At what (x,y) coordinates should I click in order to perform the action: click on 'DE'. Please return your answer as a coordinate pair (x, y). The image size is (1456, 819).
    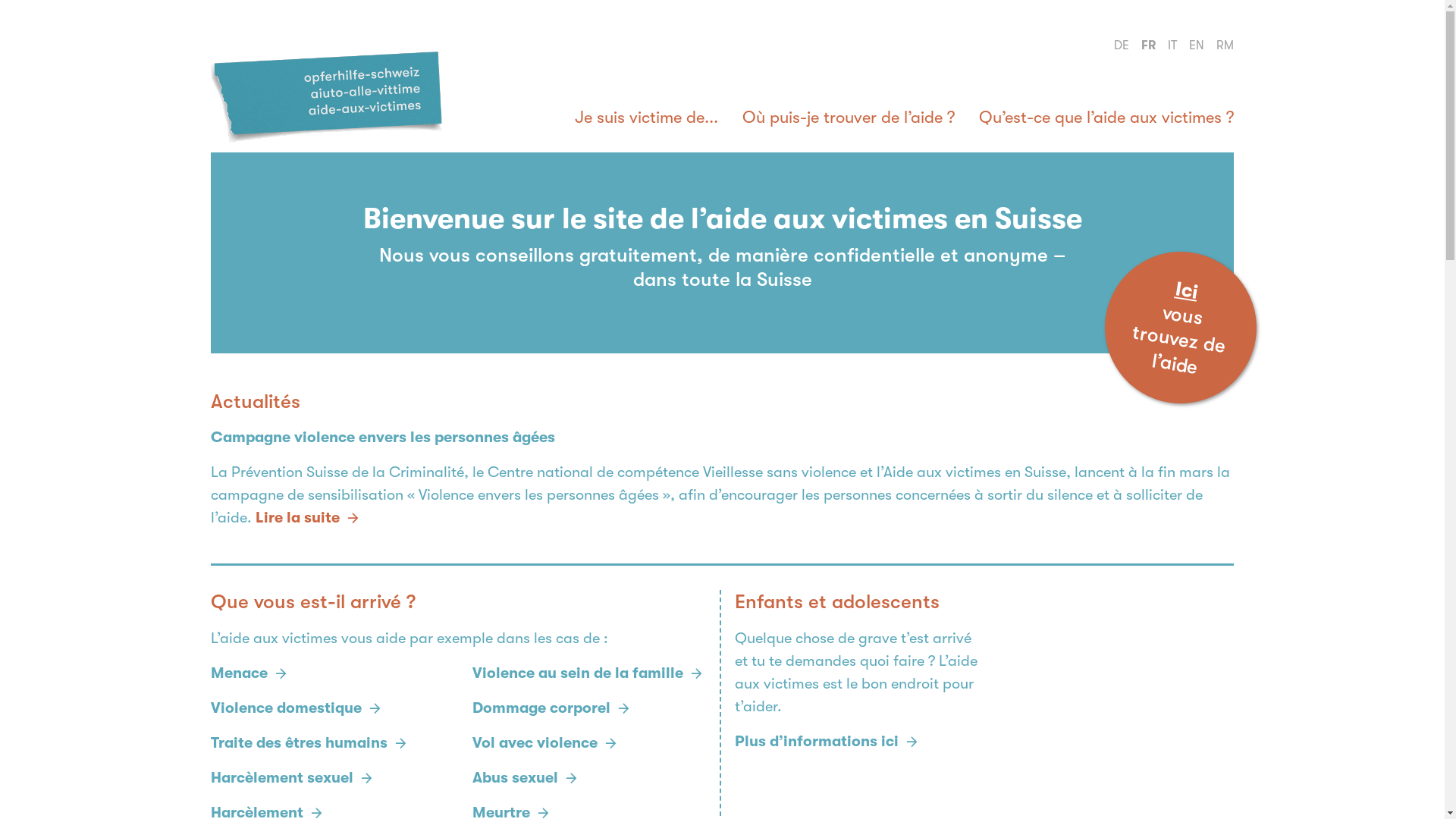
    Looking at the image, I should click on (1121, 45).